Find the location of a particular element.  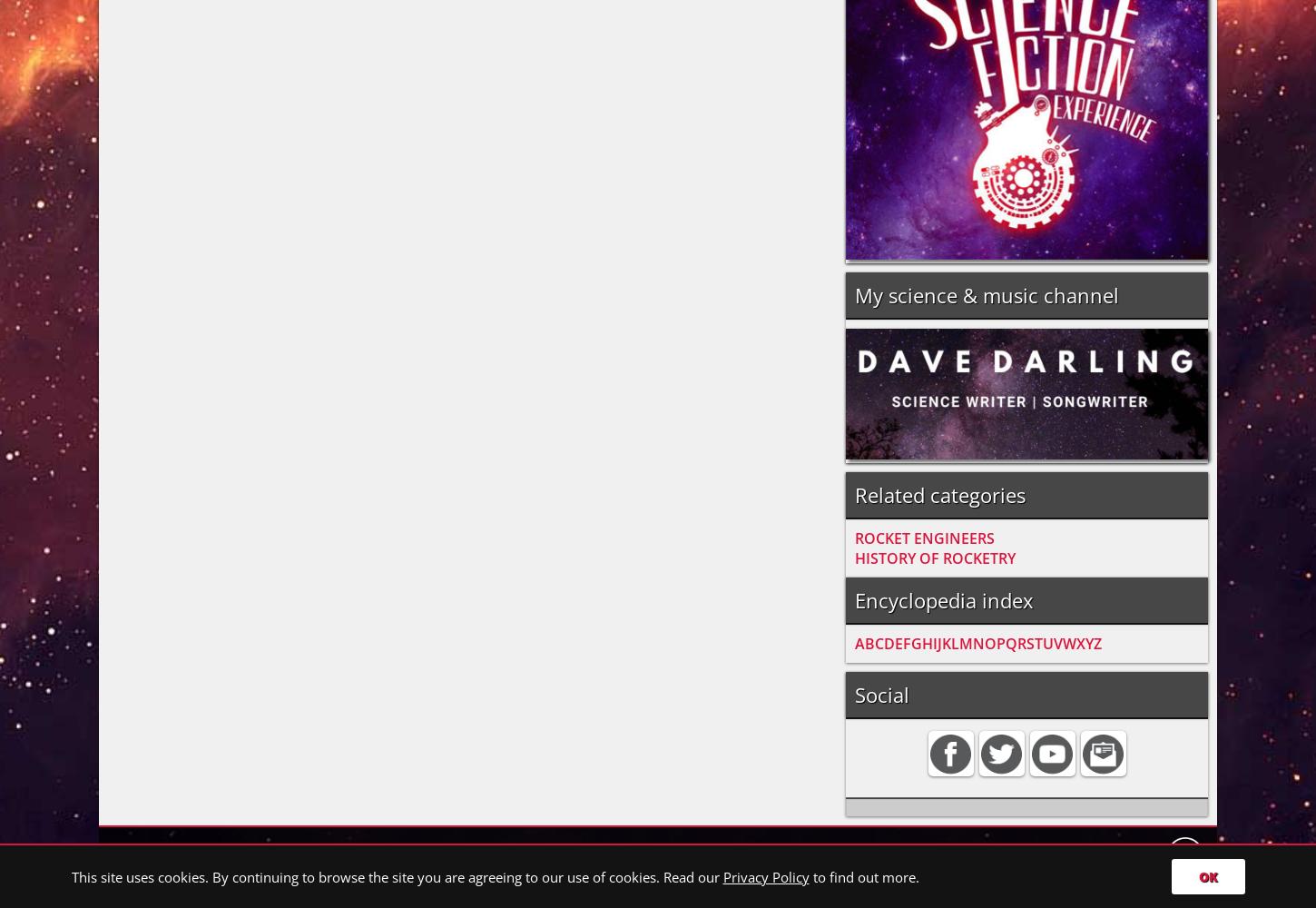

'E' is located at coordinates (899, 642).